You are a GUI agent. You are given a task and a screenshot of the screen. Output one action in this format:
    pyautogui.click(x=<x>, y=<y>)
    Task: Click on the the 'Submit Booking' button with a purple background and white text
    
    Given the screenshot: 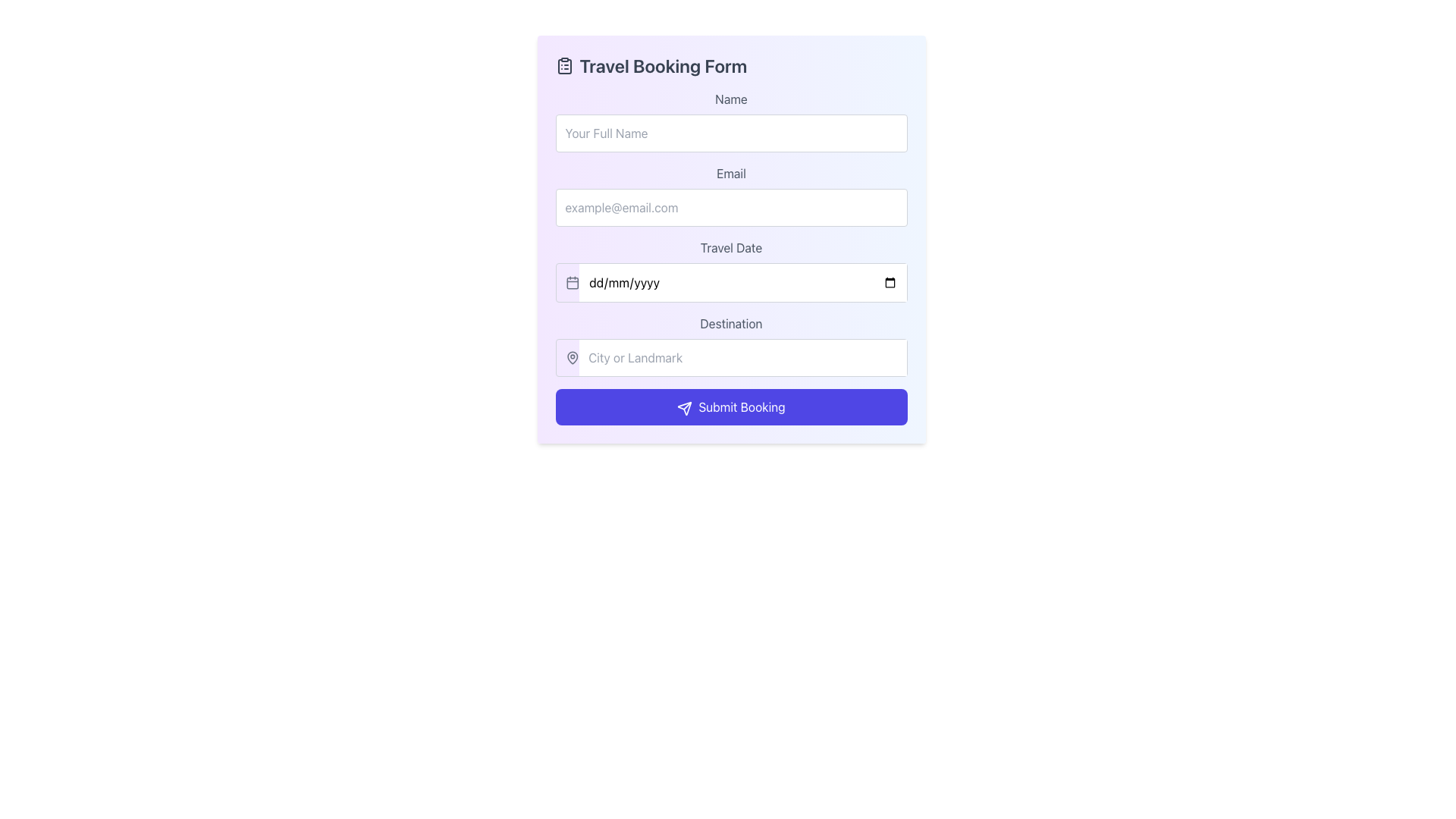 What is the action you would take?
    pyautogui.click(x=731, y=406)
    